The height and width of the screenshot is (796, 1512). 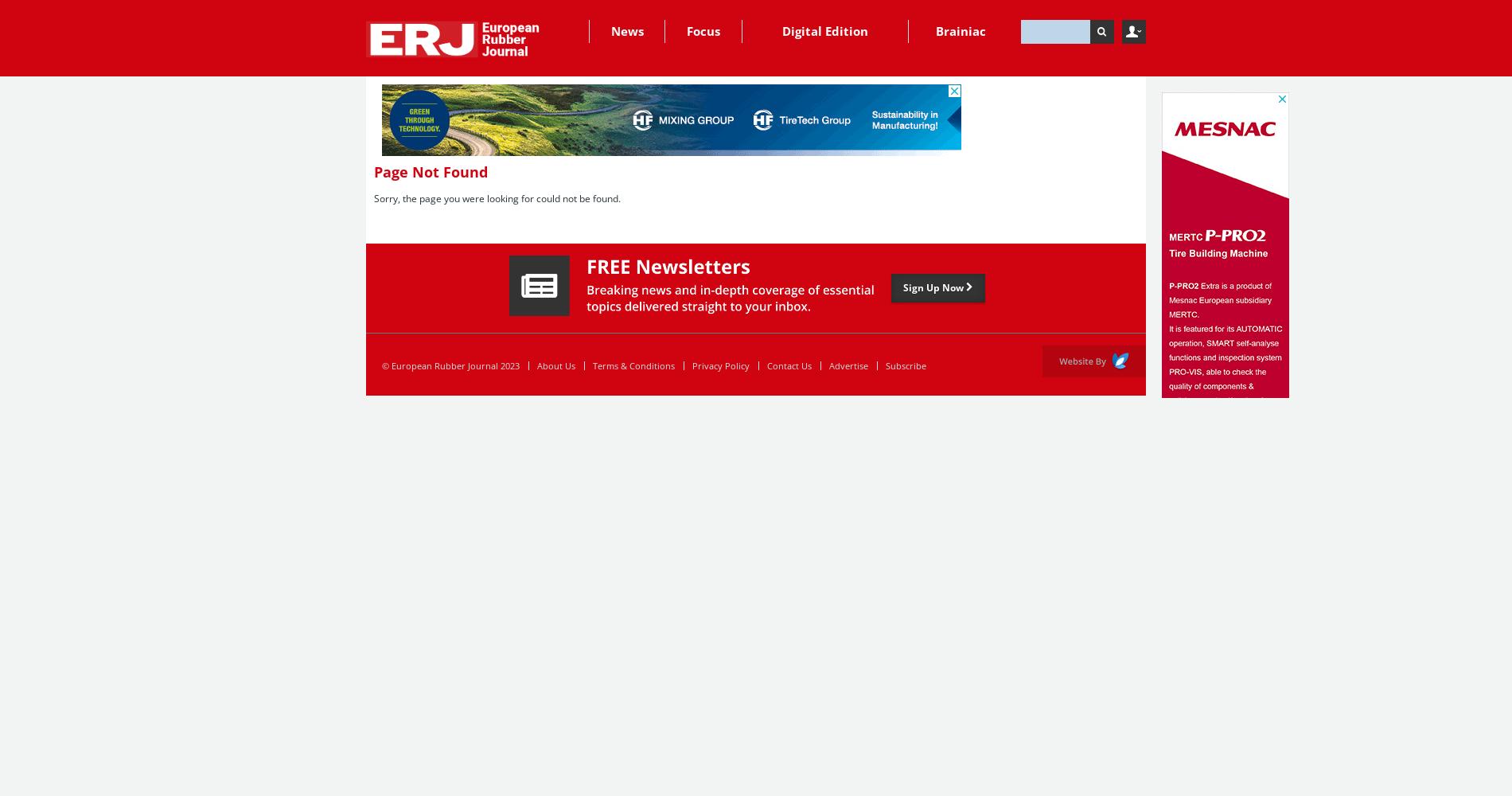 What do you see at coordinates (960, 31) in the screenshot?
I see `'Brainiac'` at bounding box center [960, 31].